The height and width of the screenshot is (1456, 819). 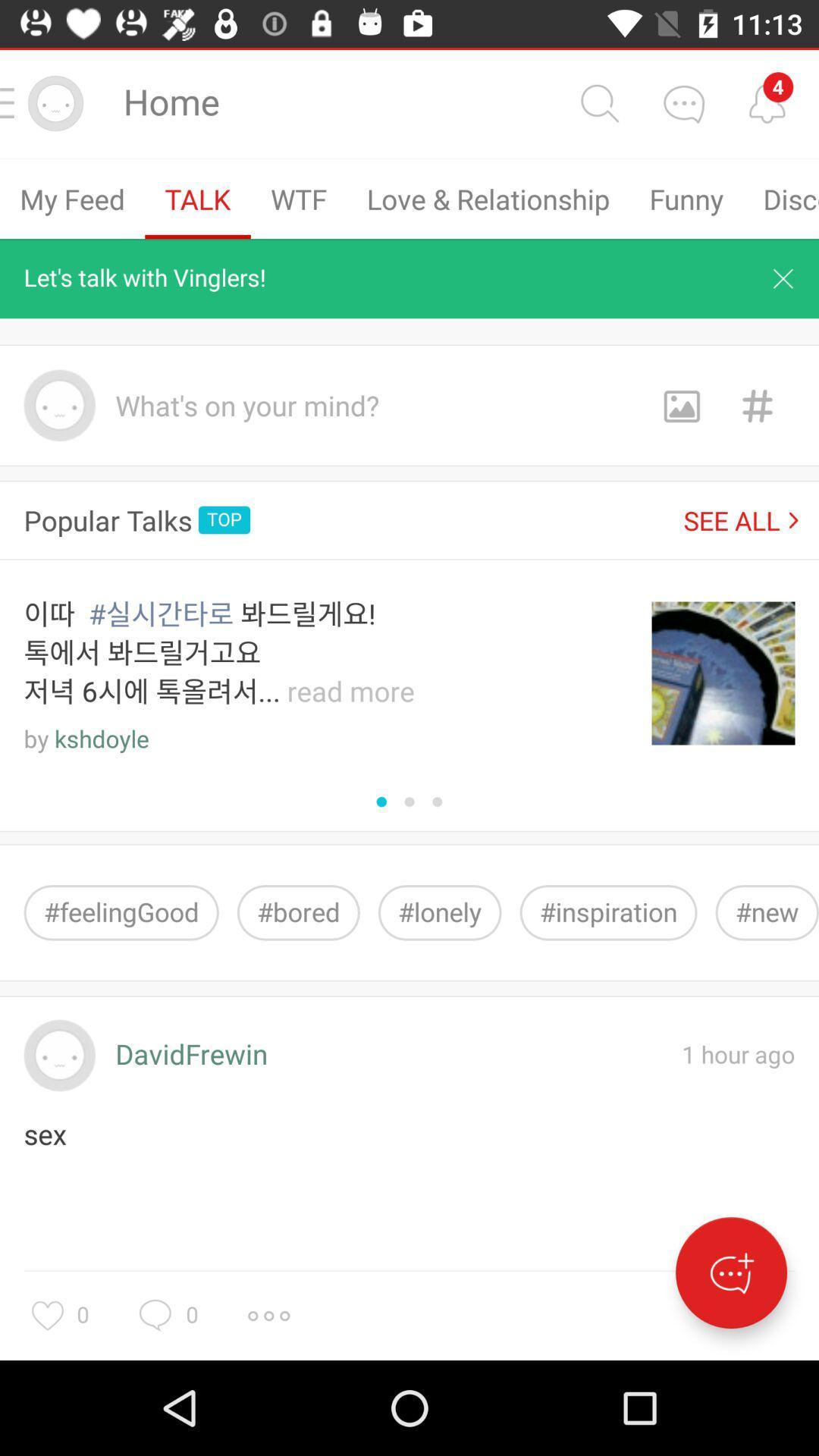 What do you see at coordinates (190, 1055) in the screenshot?
I see `icon to the left of 1 hour ago icon` at bounding box center [190, 1055].